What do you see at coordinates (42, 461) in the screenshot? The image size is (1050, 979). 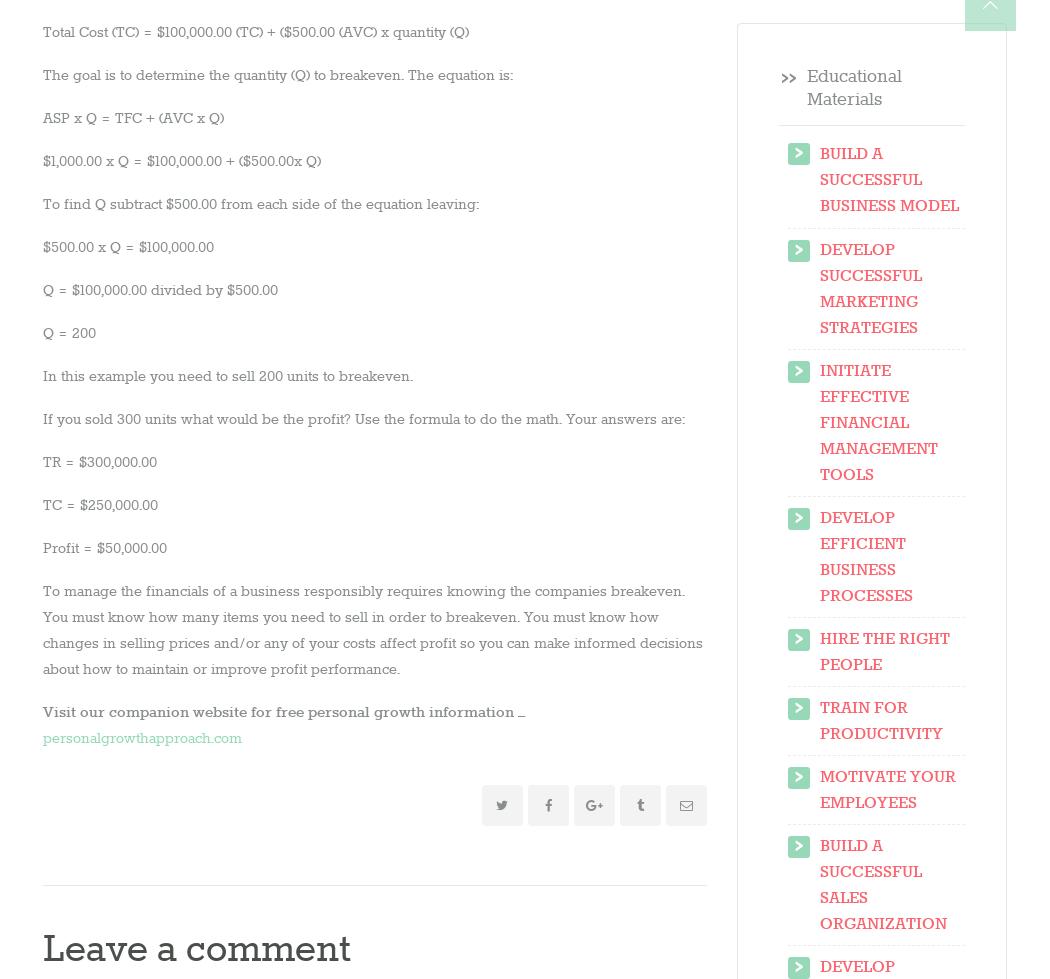 I see `'TR = $300,000.00'` at bounding box center [42, 461].